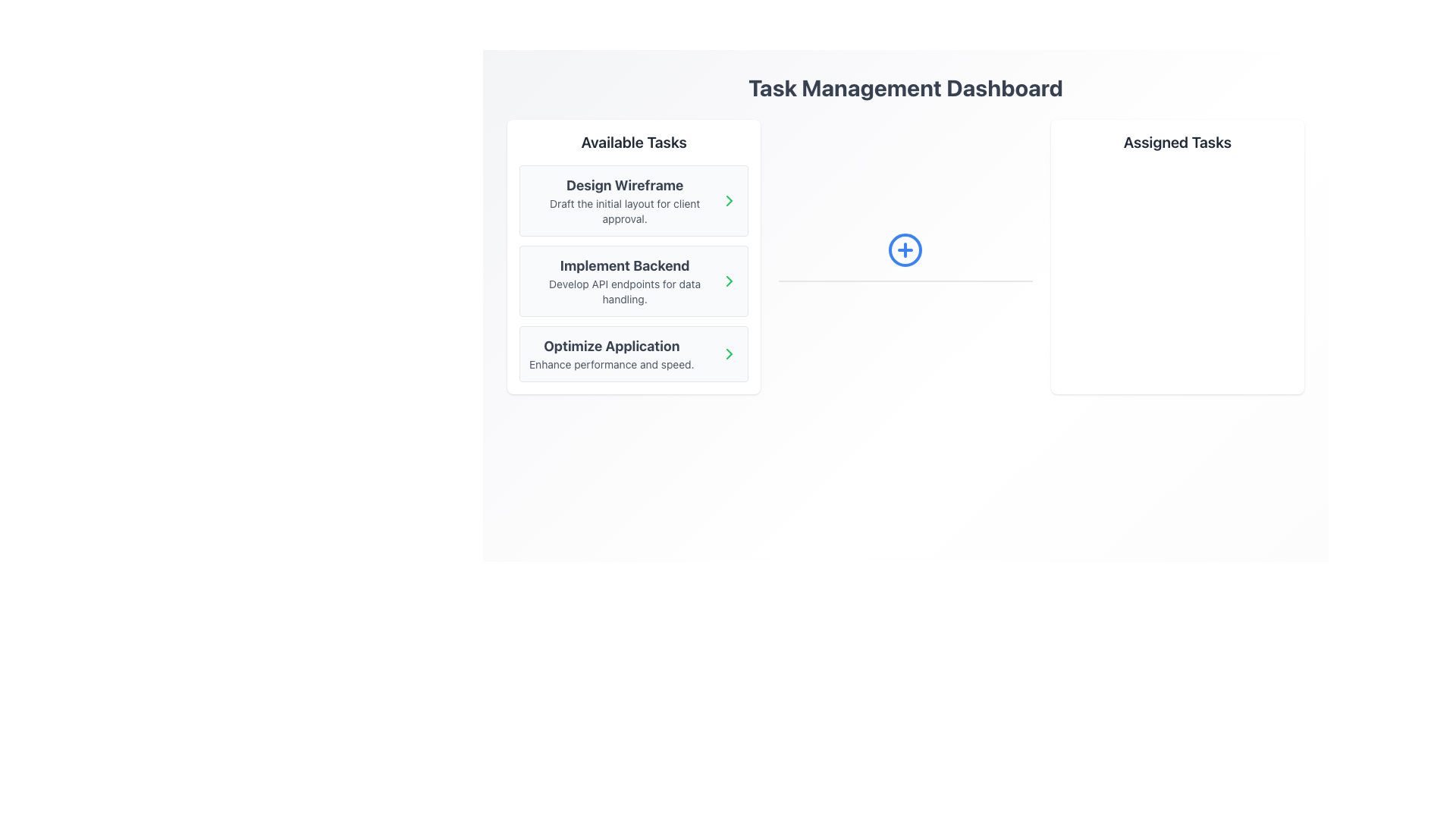 The height and width of the screenshot is (819, 1456). What do you see at coordinates (634, 143) in the screenshot?
I see `the text label 'Available Tasks' which is prominently displayed in bold black font at the top of the left pane of the dashboard` at bounding box center [634, 143].